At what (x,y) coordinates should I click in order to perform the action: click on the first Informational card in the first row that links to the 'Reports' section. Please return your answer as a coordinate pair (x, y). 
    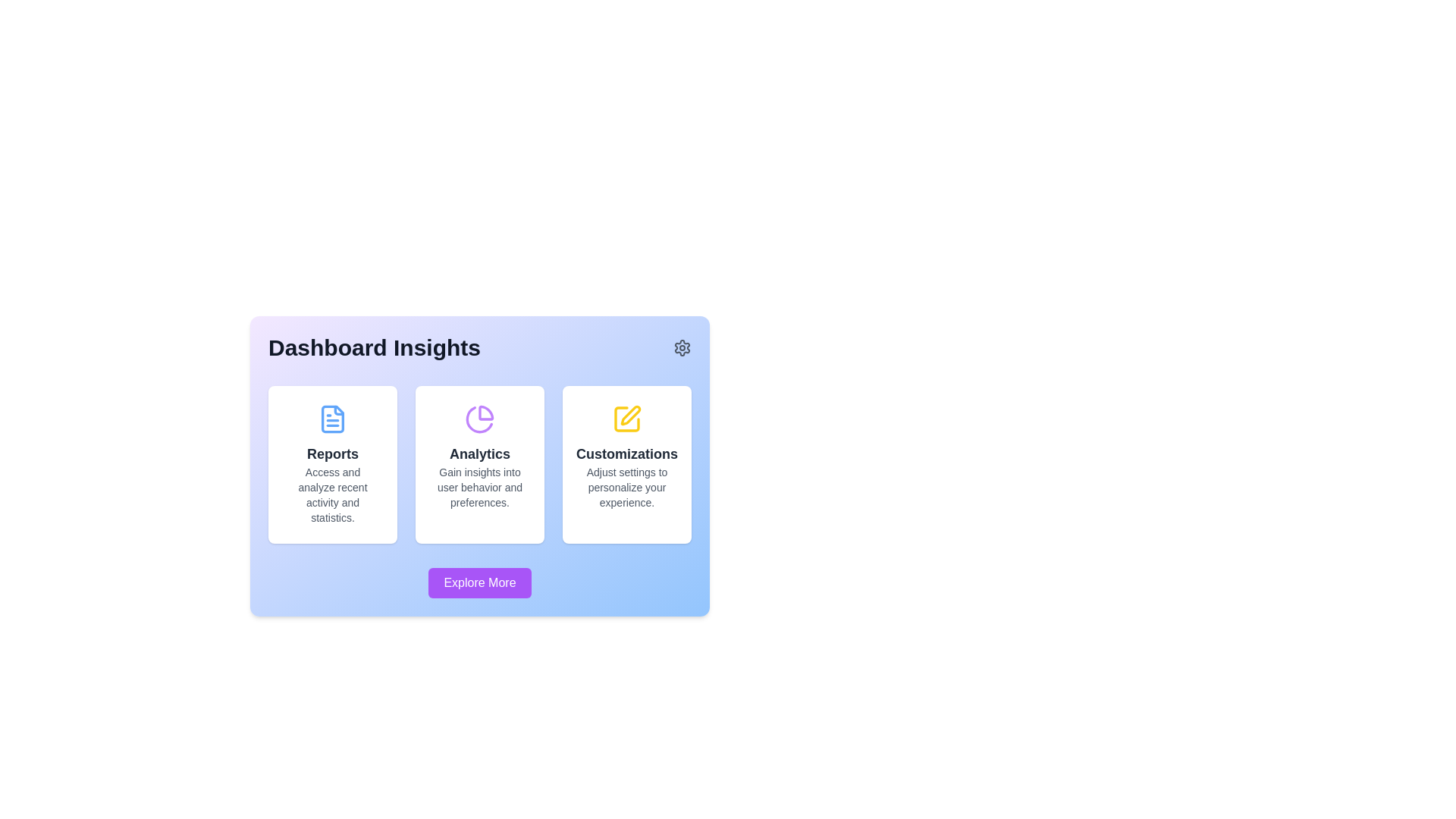
    Looking at the image, I should click on (331, 464).